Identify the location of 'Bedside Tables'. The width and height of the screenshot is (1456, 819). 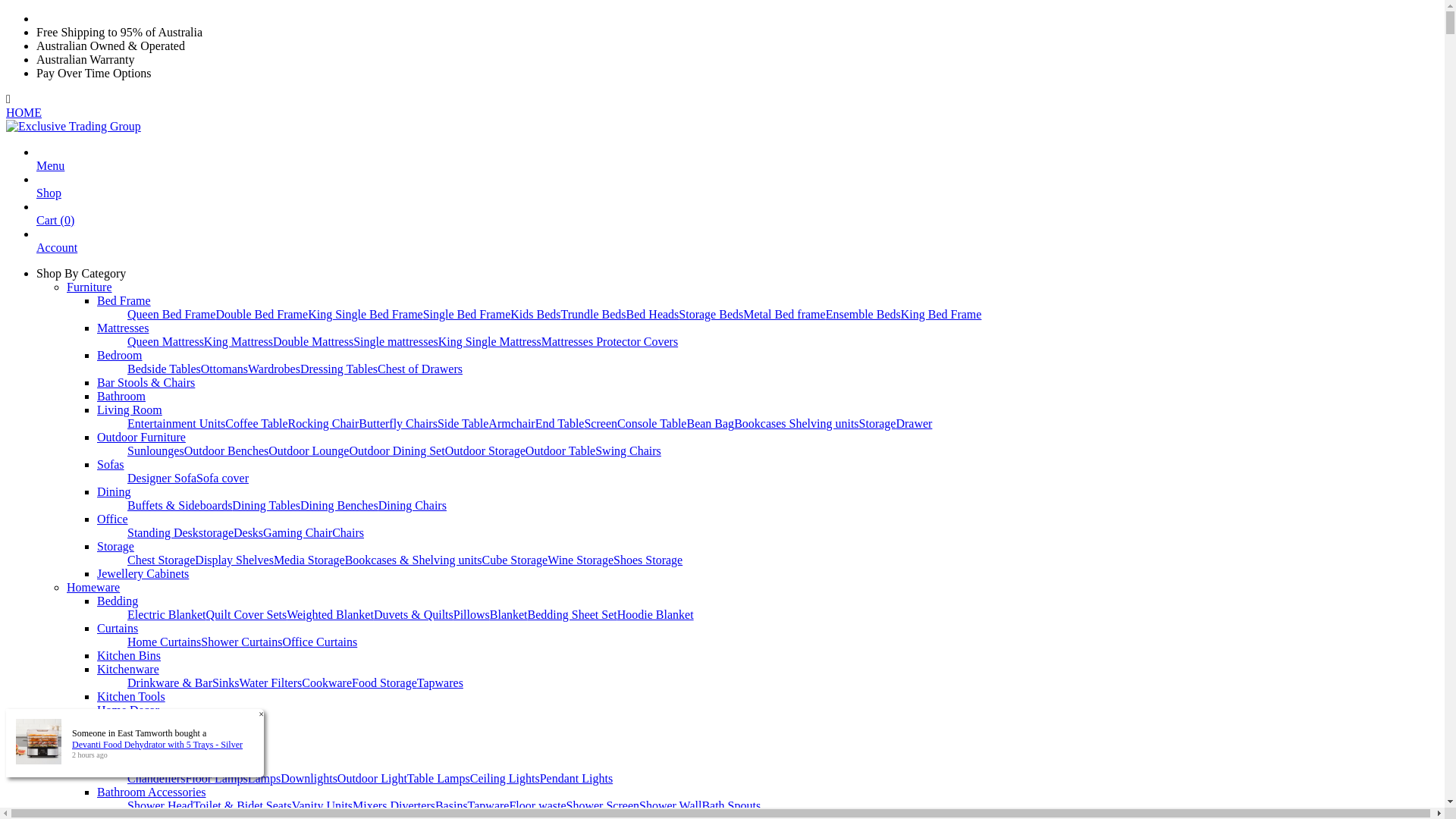
(164, 369).